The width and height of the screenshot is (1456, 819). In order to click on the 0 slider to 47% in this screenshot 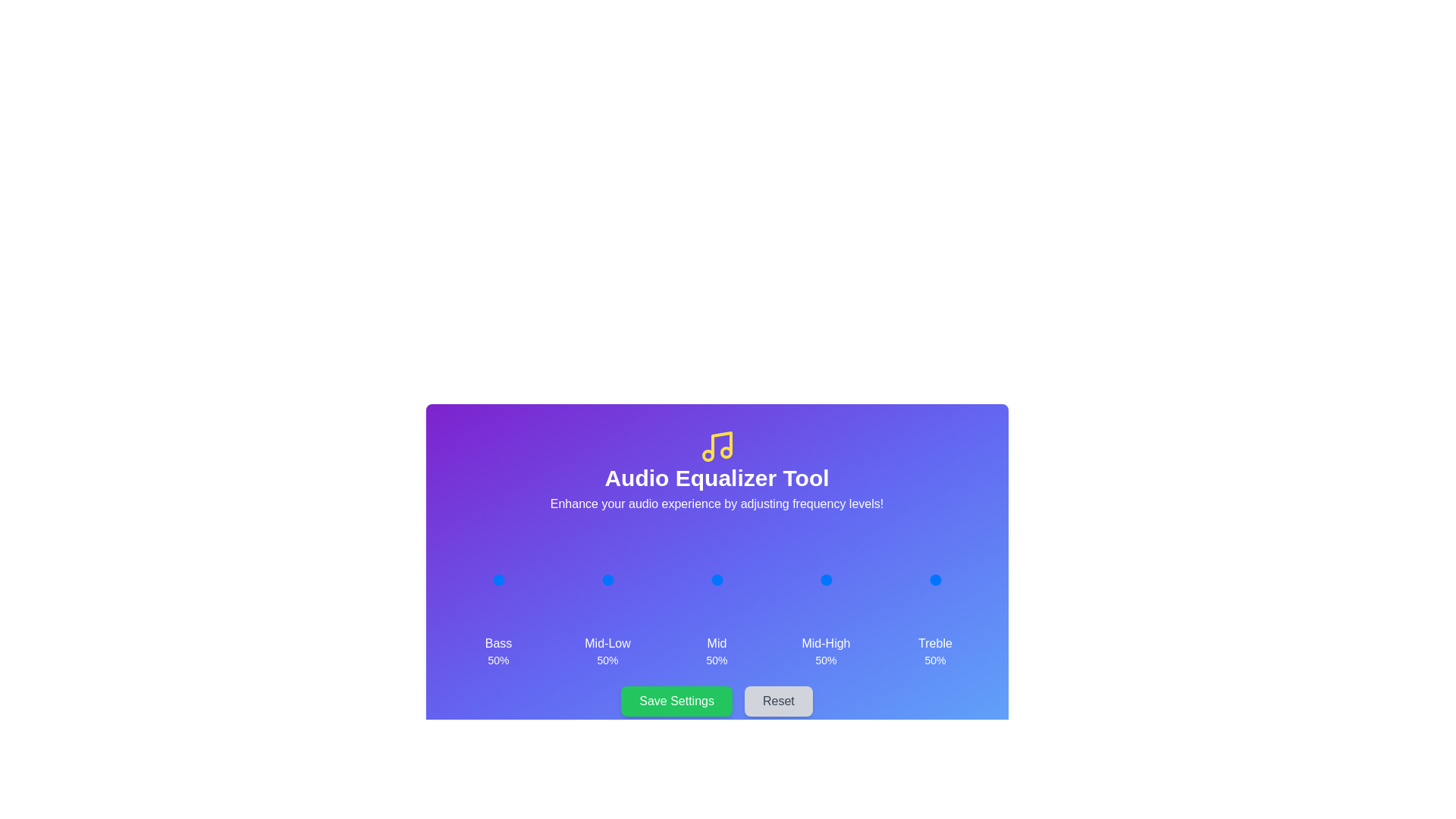, I will do `click(497, 579)`.